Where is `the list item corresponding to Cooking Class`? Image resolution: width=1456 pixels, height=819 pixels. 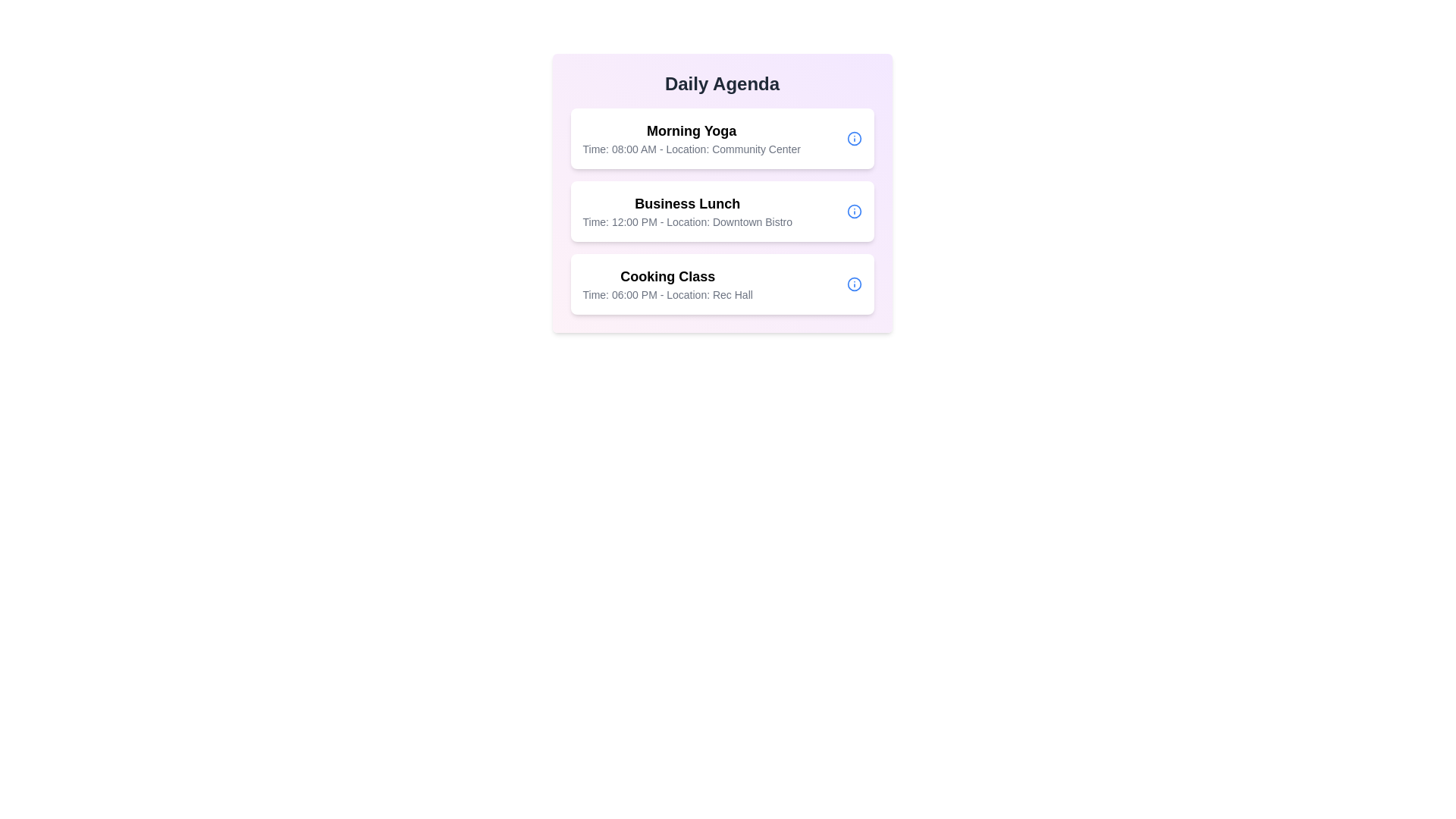 the list item corresponding to Cooking Class is located at coordinates (721, 284).